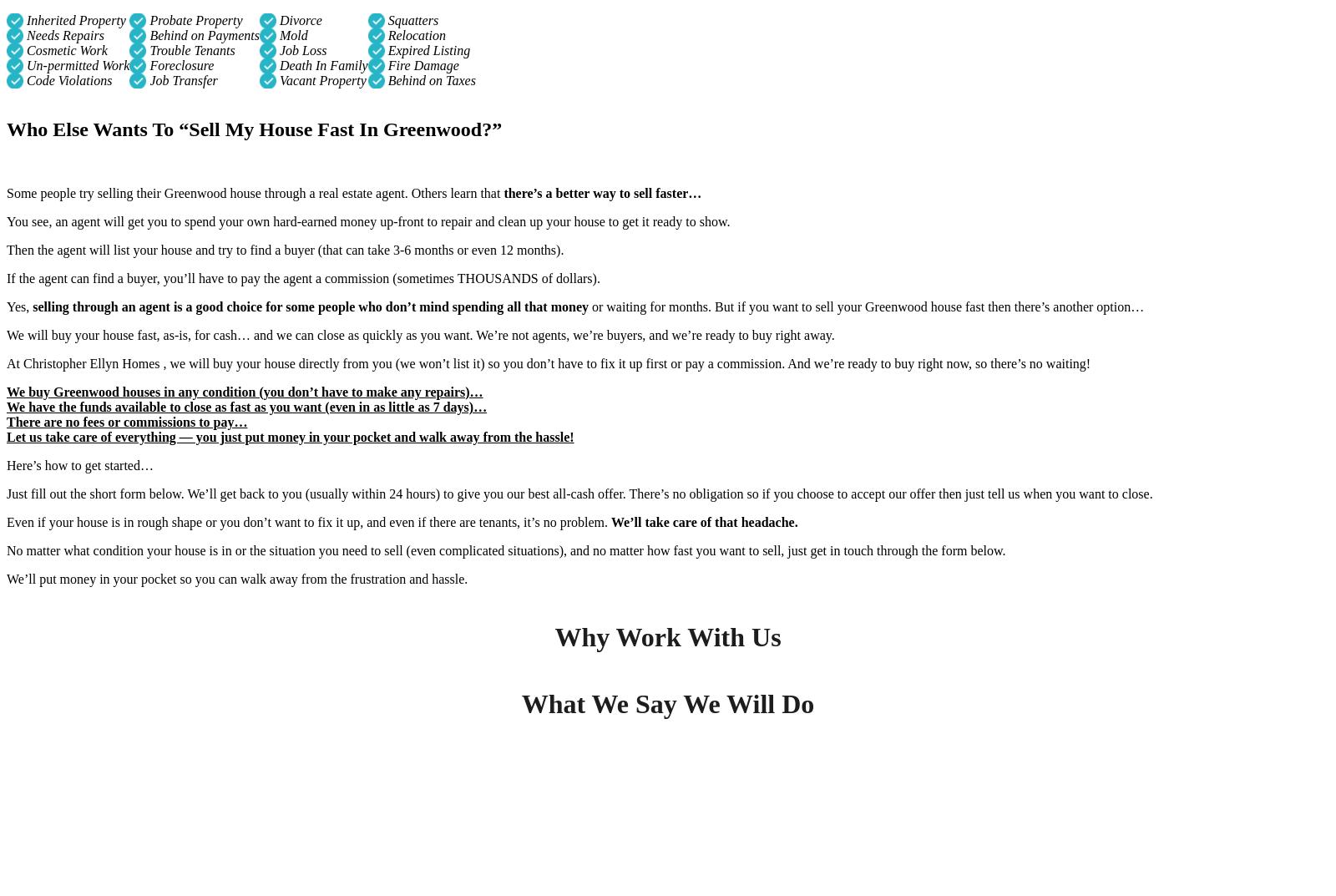  I want to click on 'Why Work With Us', so click(667, 636).